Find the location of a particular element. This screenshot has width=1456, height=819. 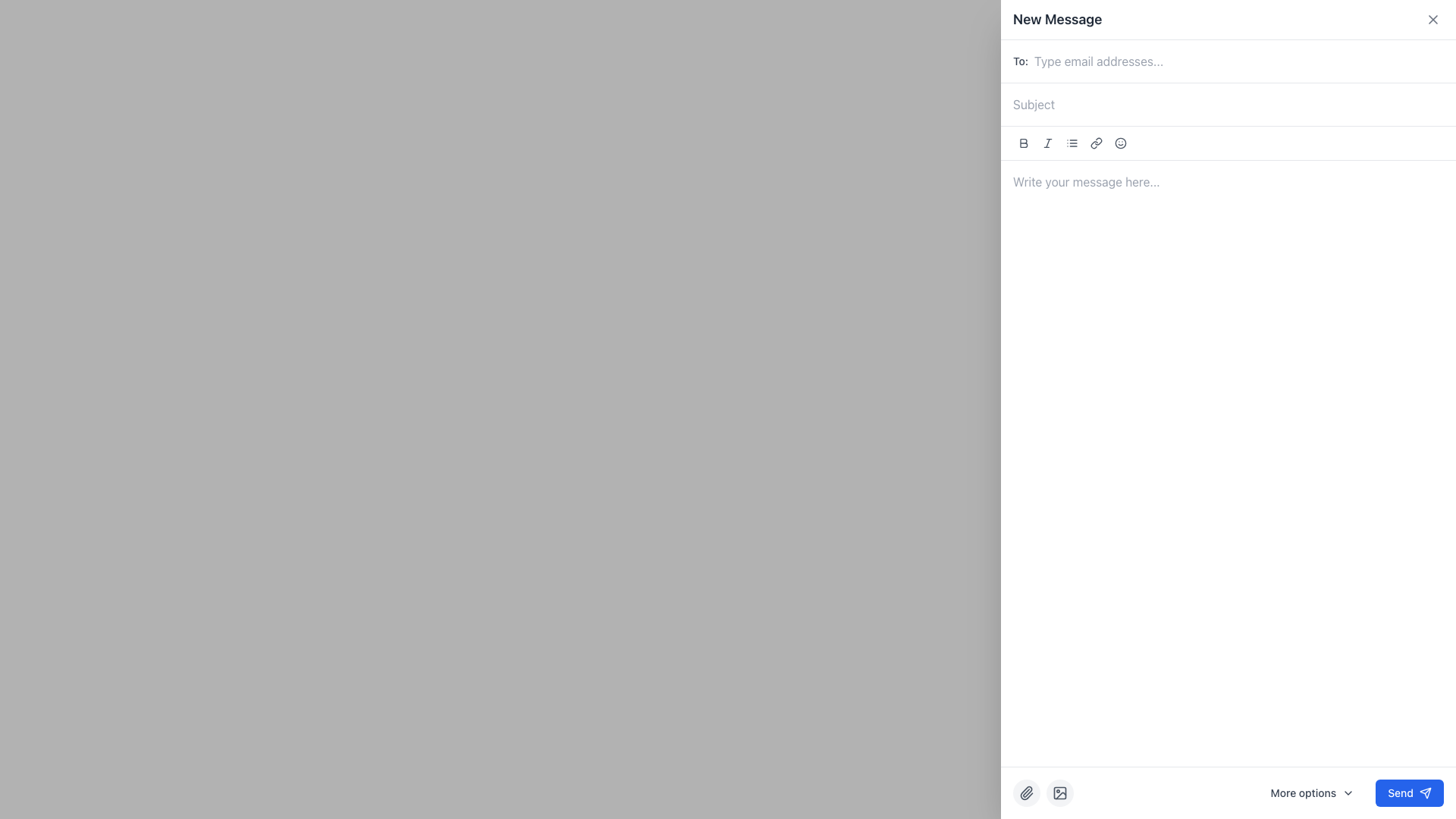

text label at the top-left of the message composition panel, which serves as the heading for composing a new message is located at coordinates (1056, 20).